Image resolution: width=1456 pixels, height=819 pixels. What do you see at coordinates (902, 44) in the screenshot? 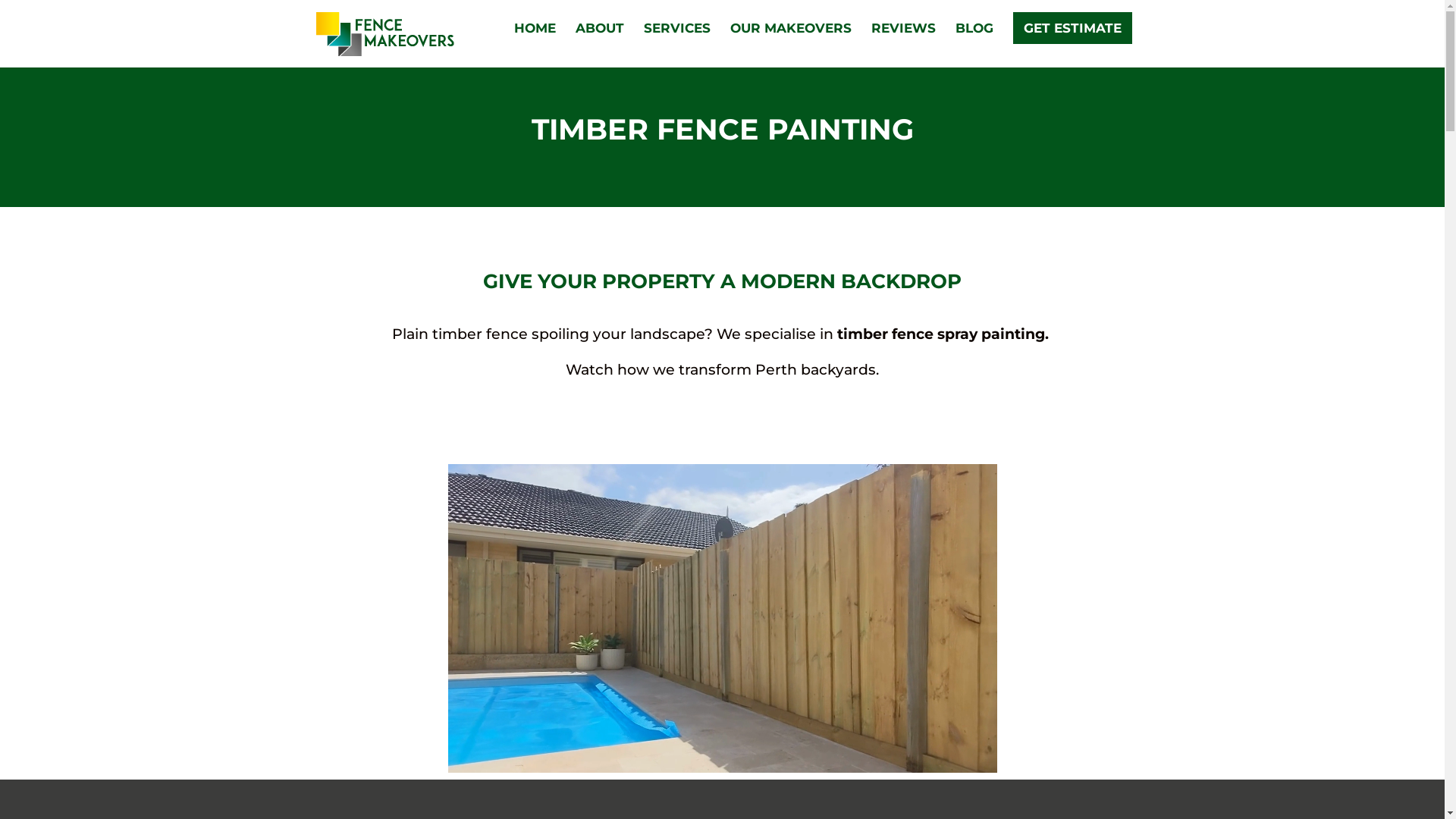
I see `'REVIEWS'` at bounding box center [902, 44].